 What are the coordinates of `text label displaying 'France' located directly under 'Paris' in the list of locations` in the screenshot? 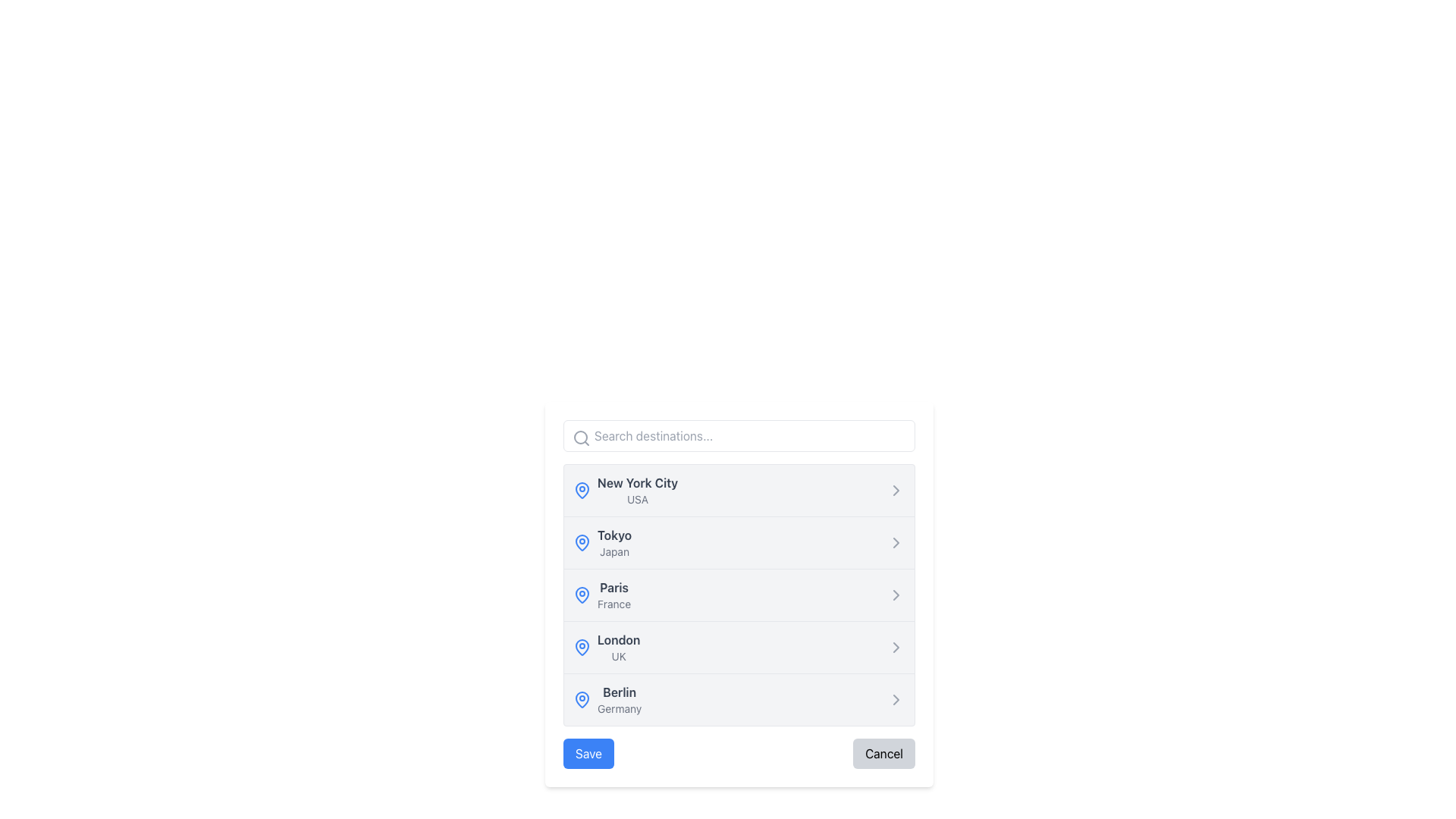 It's located at (614, 604).